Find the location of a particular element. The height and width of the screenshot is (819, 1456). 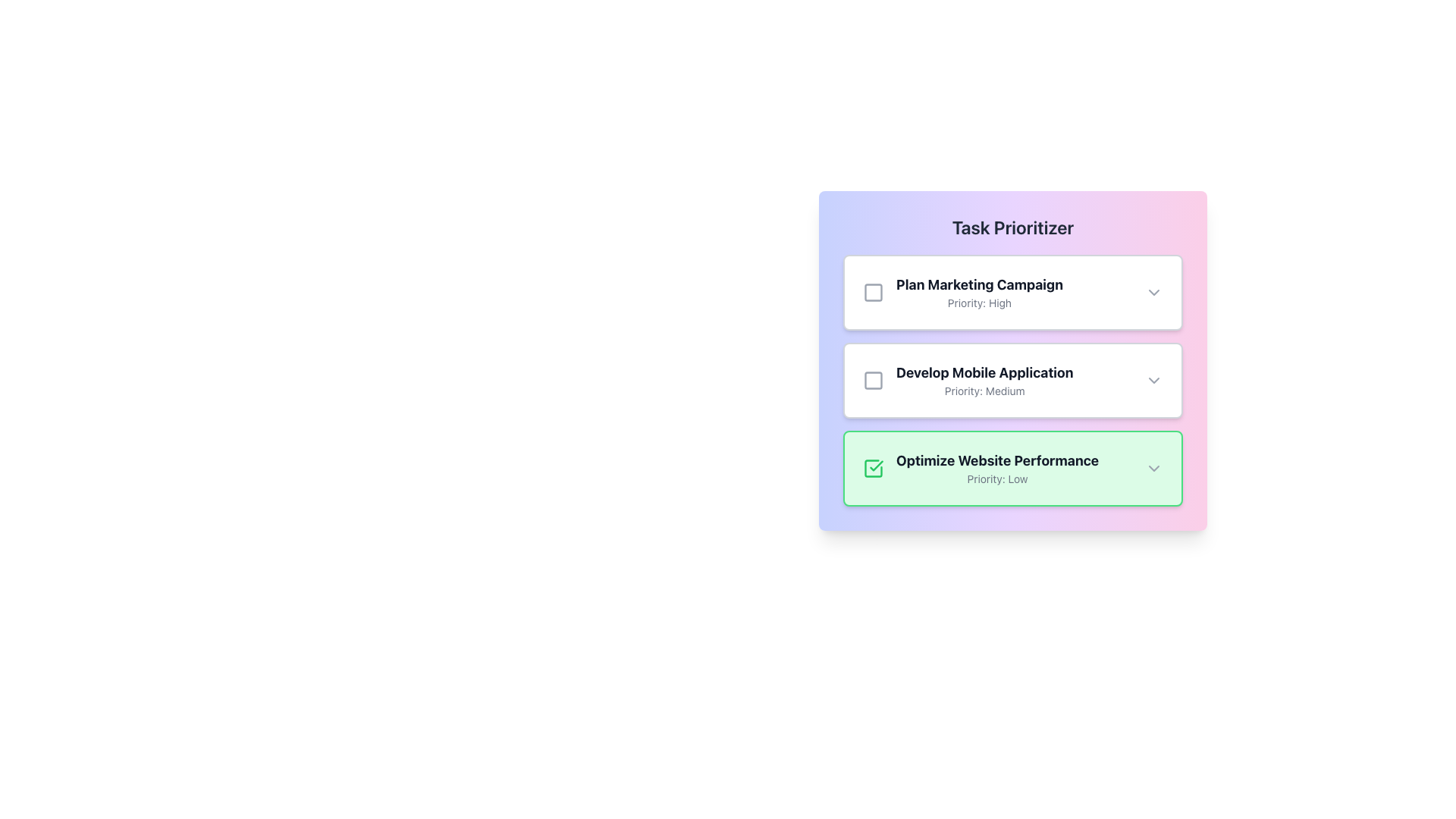

the Information panel displaying 'Develop Mobile Application' is located at coordinates (1012, 379).